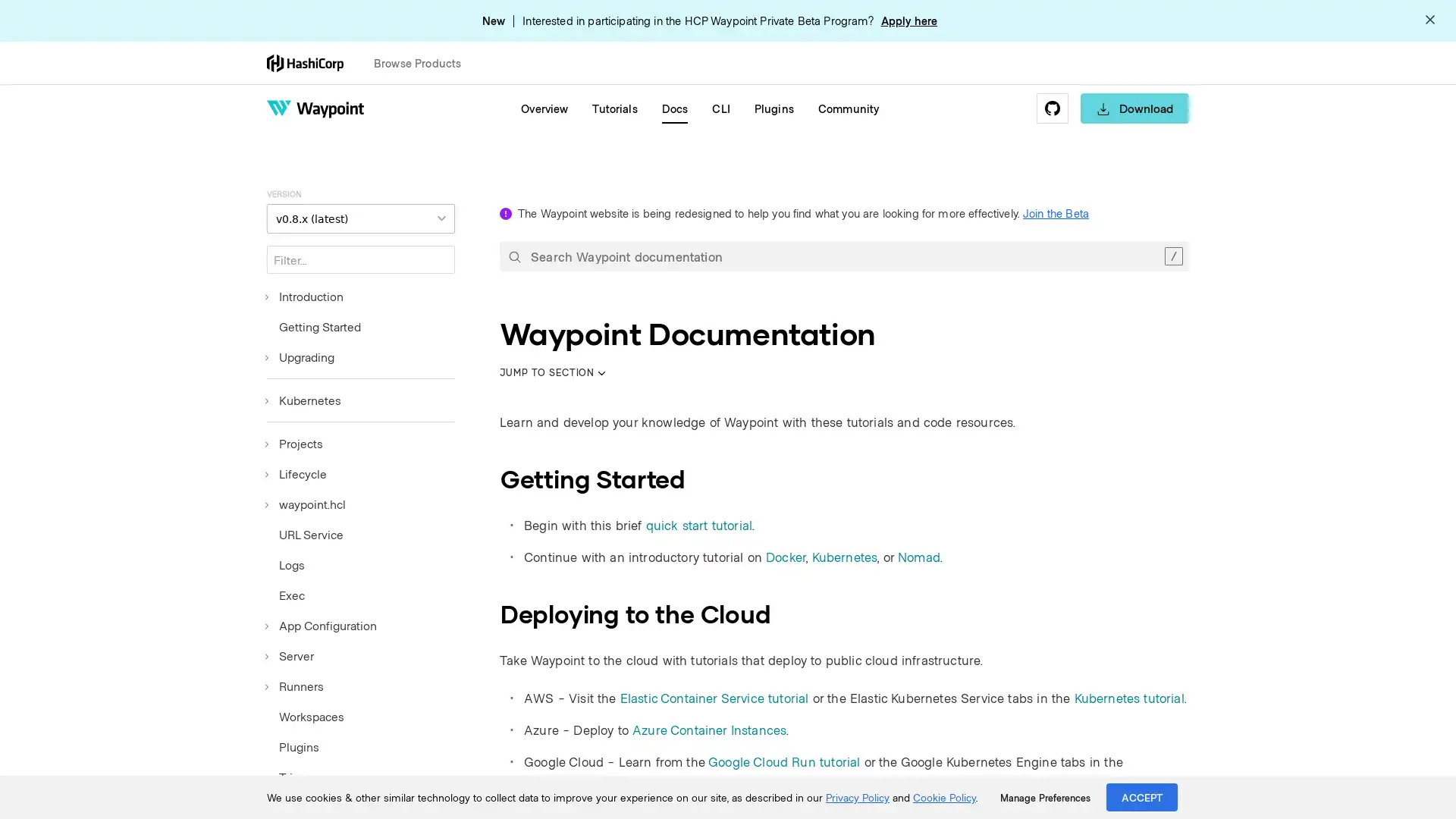  Describe the element at coordinates (1172, 256) in the screenshot. I see `Clear the search query.` at that location.